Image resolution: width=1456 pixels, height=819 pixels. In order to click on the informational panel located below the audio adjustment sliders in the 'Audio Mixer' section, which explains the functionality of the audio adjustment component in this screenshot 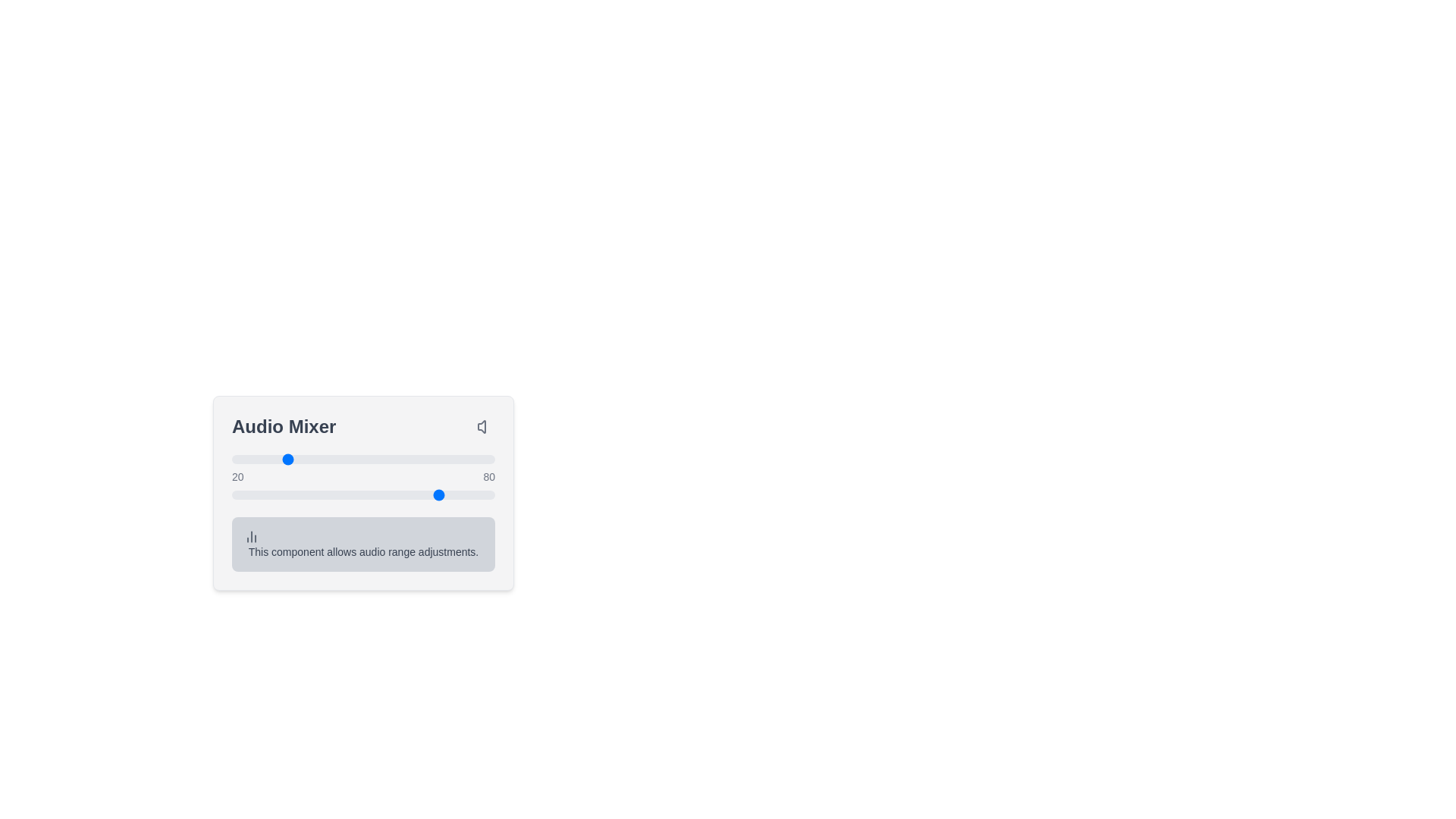, I will do `click(362, 543)`.